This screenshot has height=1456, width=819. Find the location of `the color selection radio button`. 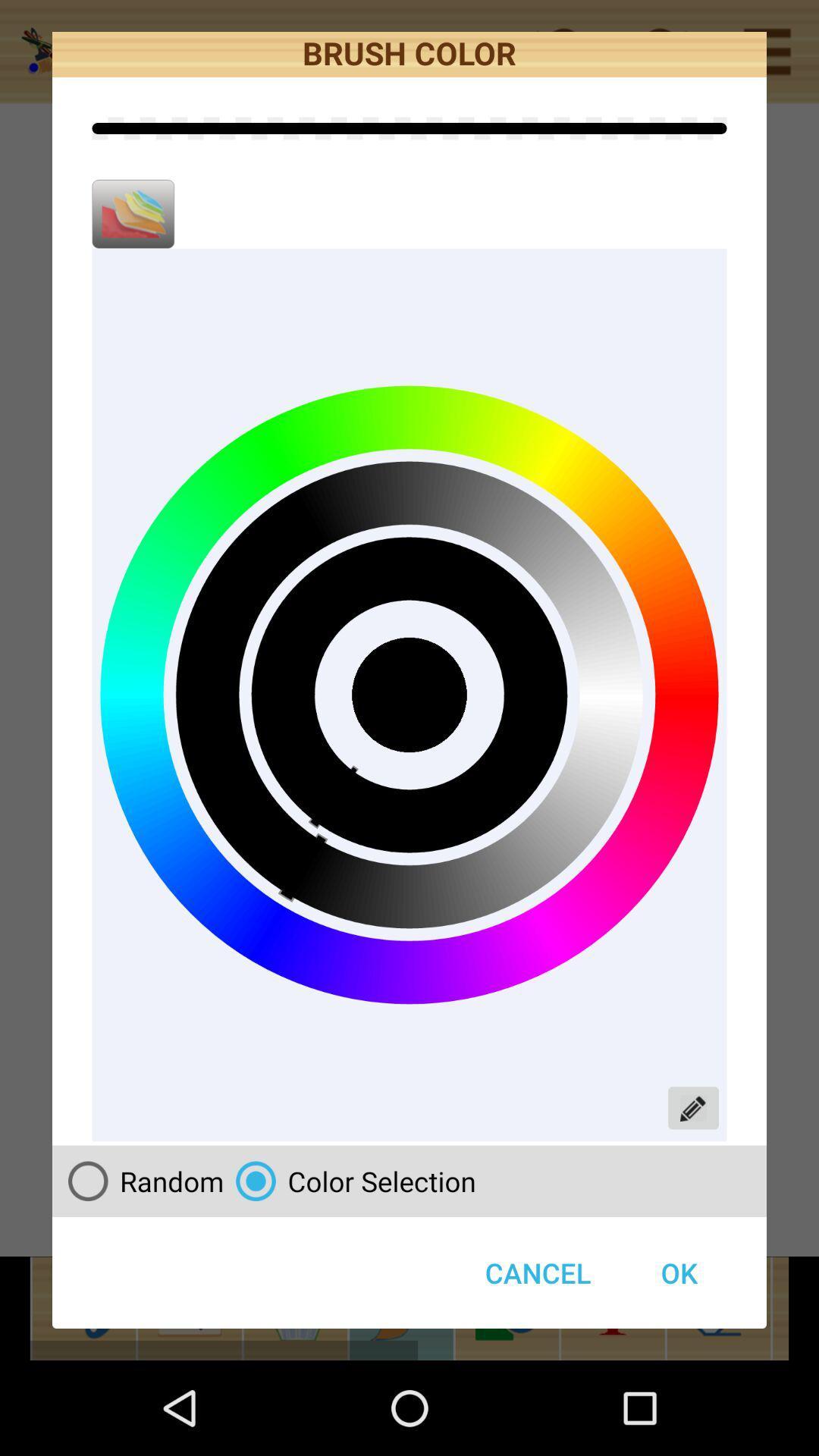

the color selection radio button is located at coordinates (350, 1180).